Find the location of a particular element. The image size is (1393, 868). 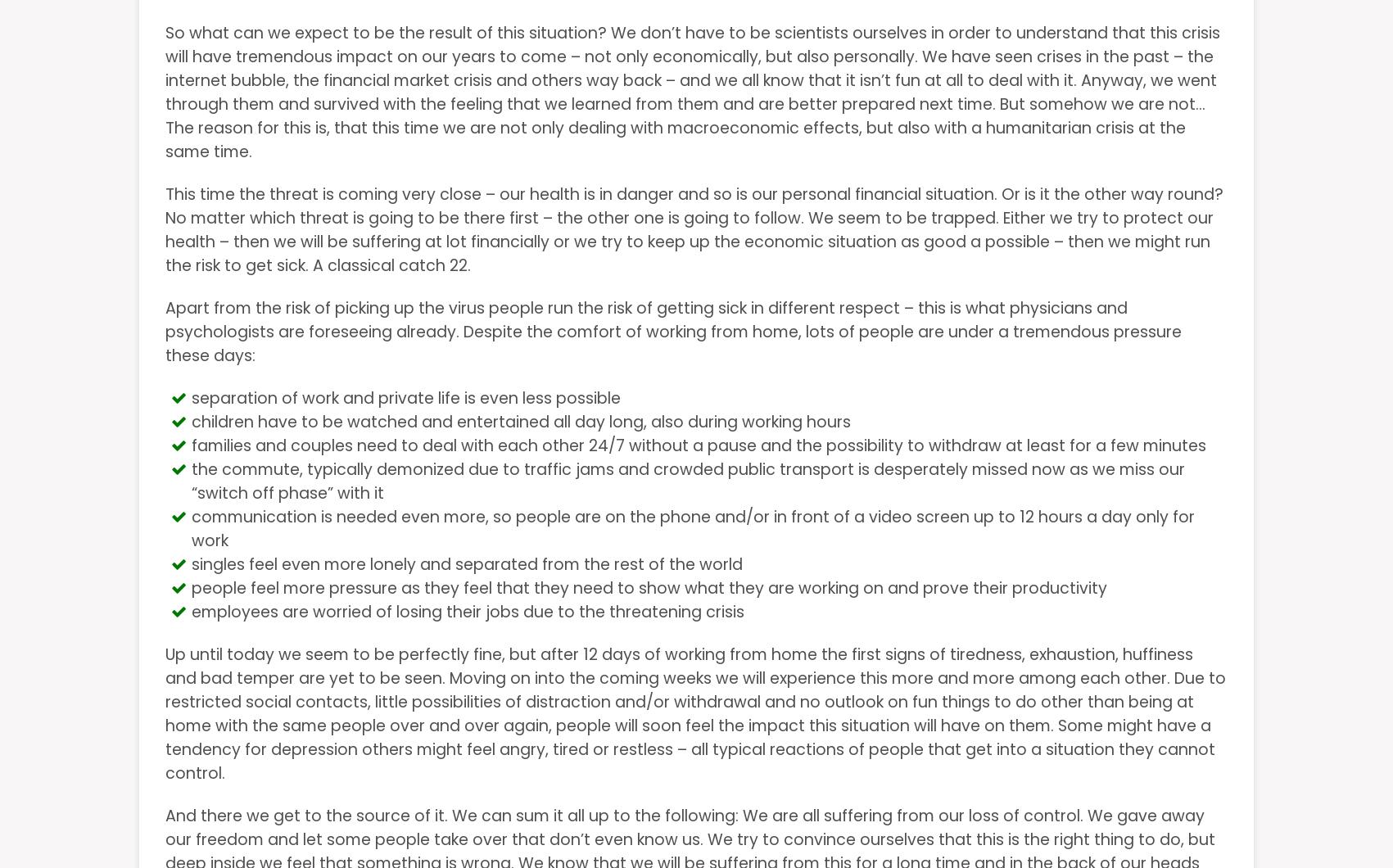

'separation of work and private life is even less possible' is located at coordinates (406, 397).